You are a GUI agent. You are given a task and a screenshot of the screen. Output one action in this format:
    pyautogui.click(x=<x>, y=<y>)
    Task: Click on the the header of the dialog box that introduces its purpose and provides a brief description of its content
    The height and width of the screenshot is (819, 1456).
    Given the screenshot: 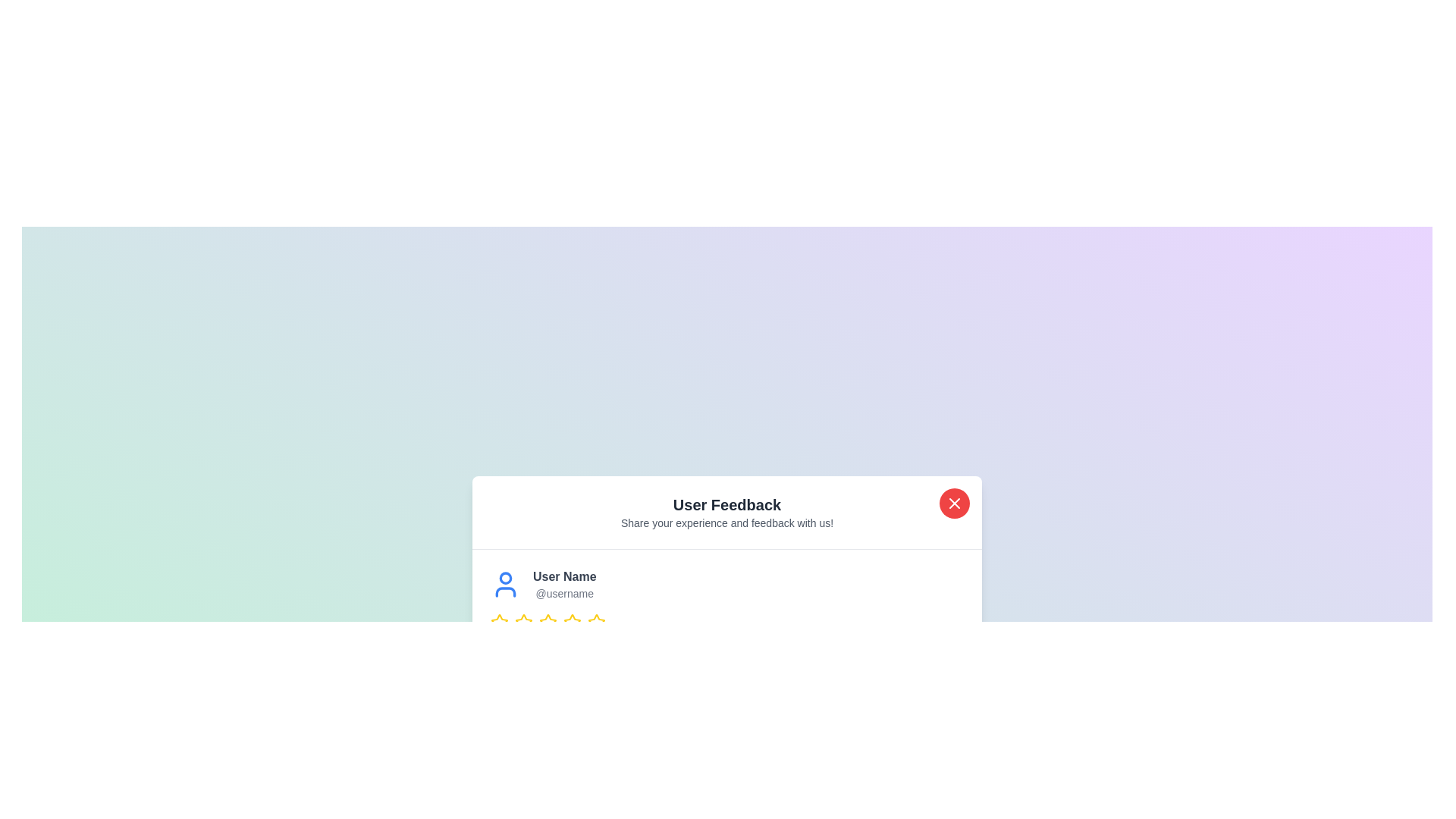 What is the action you would take?
    pyautogui.click(x=726, y=512)
    